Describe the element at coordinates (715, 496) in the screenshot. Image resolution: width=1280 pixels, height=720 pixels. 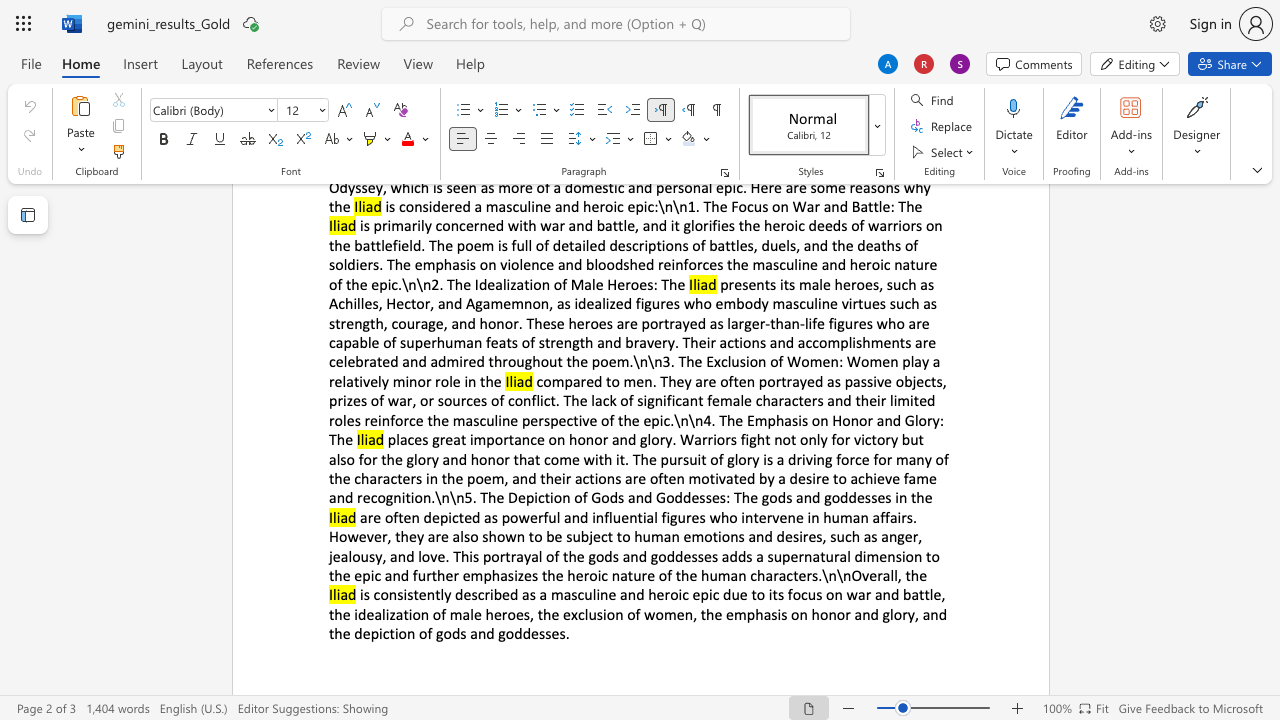
I see `the 25th character "e" in the text` at that location.